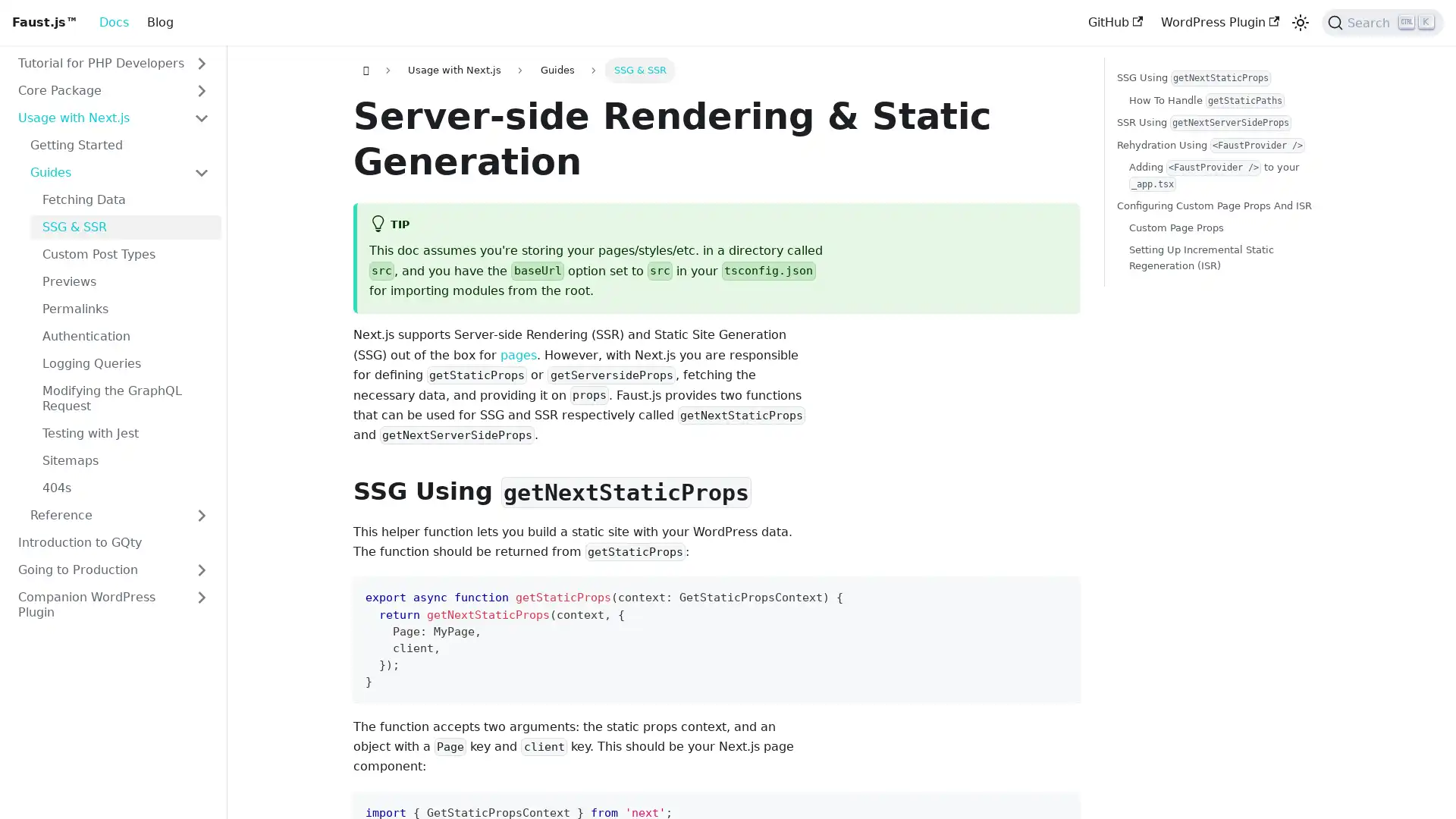  Describe the element at coordinates (1382, 23) in the screenshot. I see `Search` at that location.